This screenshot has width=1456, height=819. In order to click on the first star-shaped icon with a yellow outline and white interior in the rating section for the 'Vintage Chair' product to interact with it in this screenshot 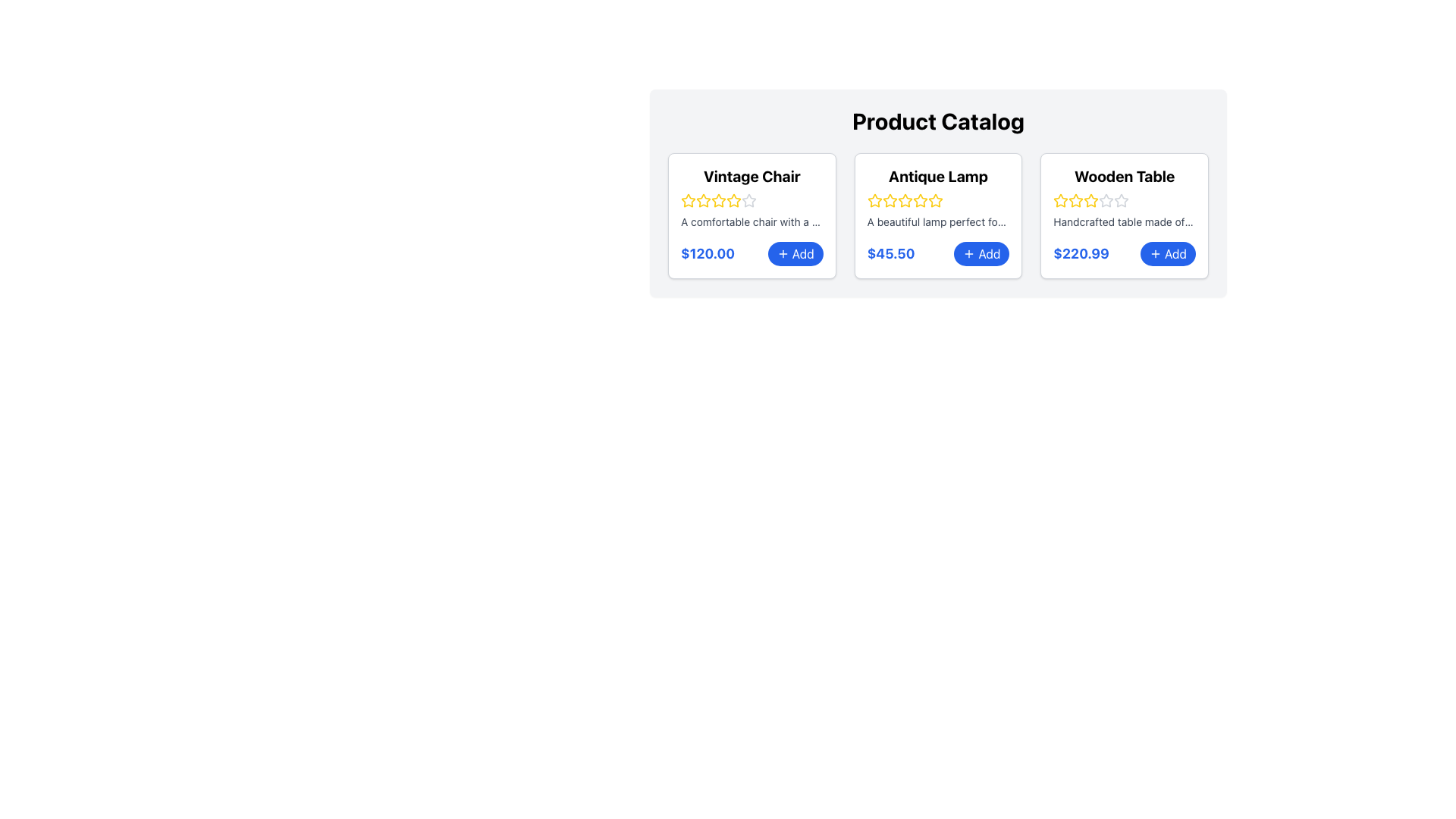, I will do `click(687, 199)`.